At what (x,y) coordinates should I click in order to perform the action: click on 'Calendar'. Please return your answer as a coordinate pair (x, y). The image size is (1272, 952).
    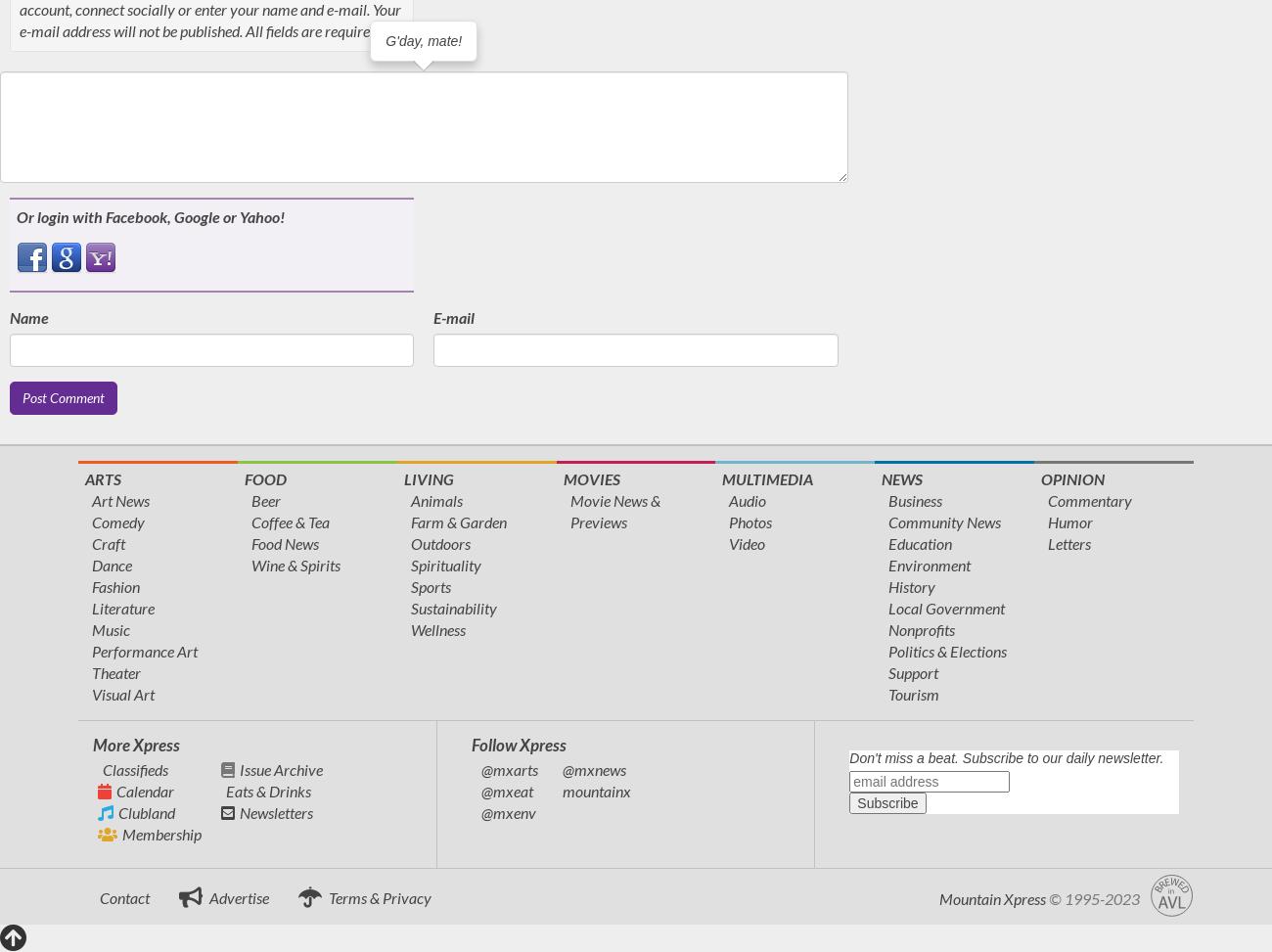
    Looking at the image, I should click on (144, 790).